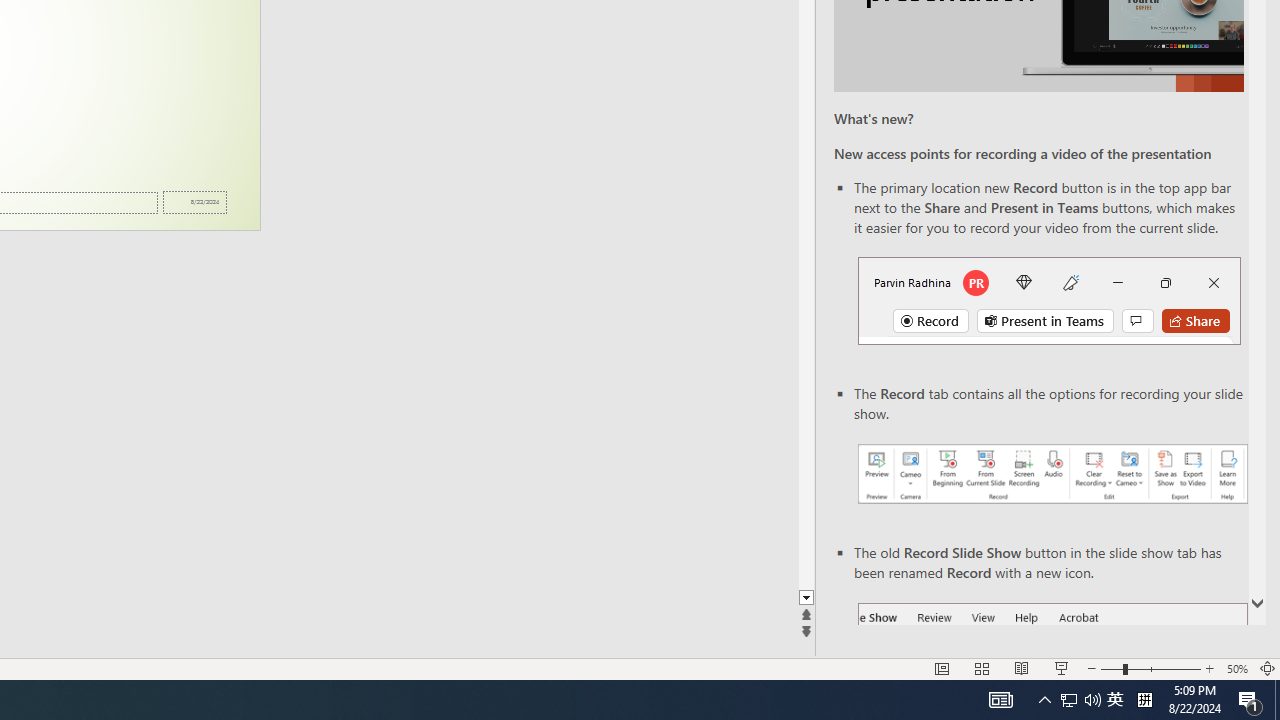  What do you see at coordinates (982, 669) in the screenshot?
I see `'Slide Sorter'` at bounding box center [982, 669].